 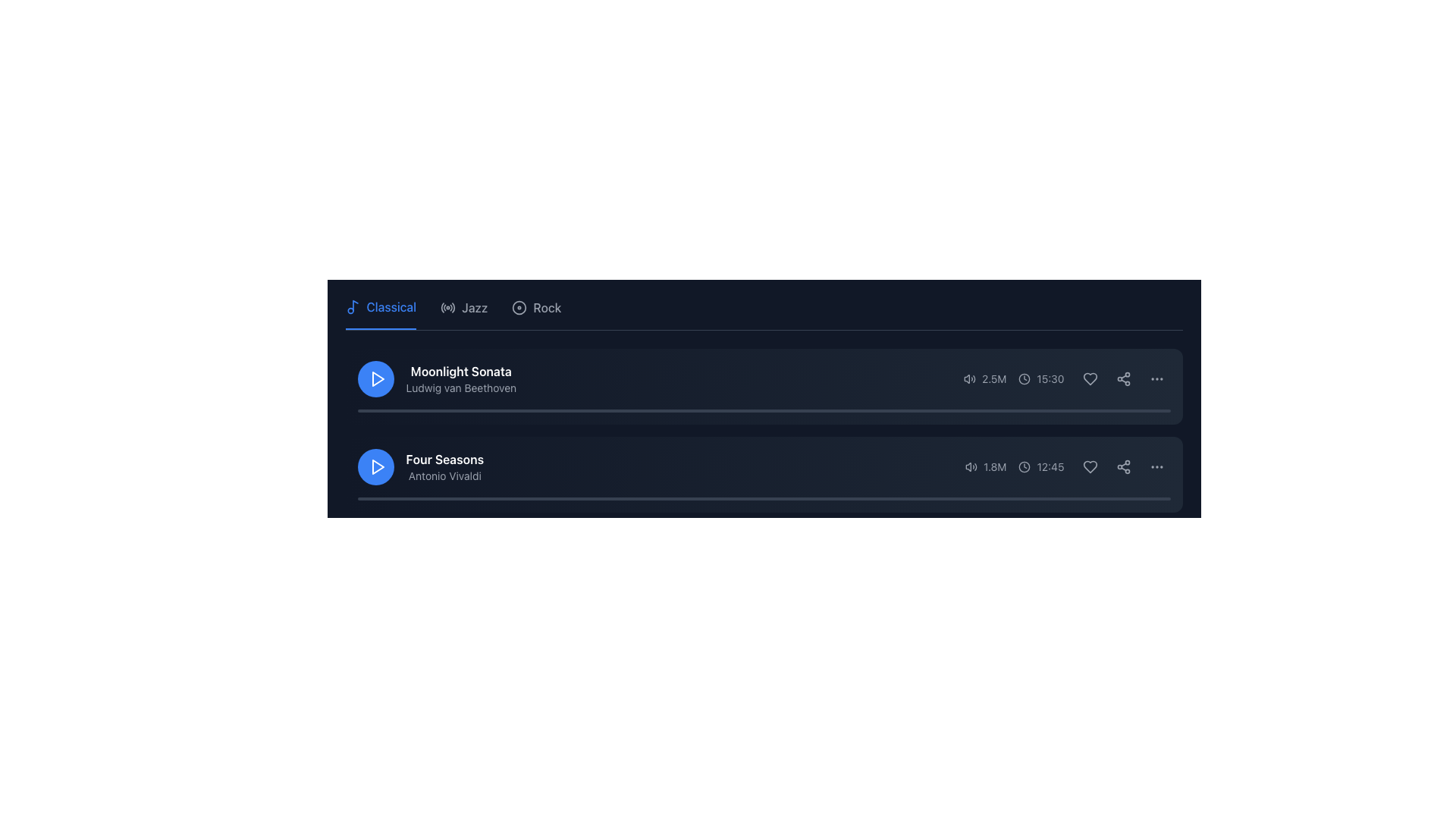 I want to click on the Text label indicating the numeric value for listens or views, positioned at the far-right end of the second row in the playlist interface, so click(x=995, y=466).